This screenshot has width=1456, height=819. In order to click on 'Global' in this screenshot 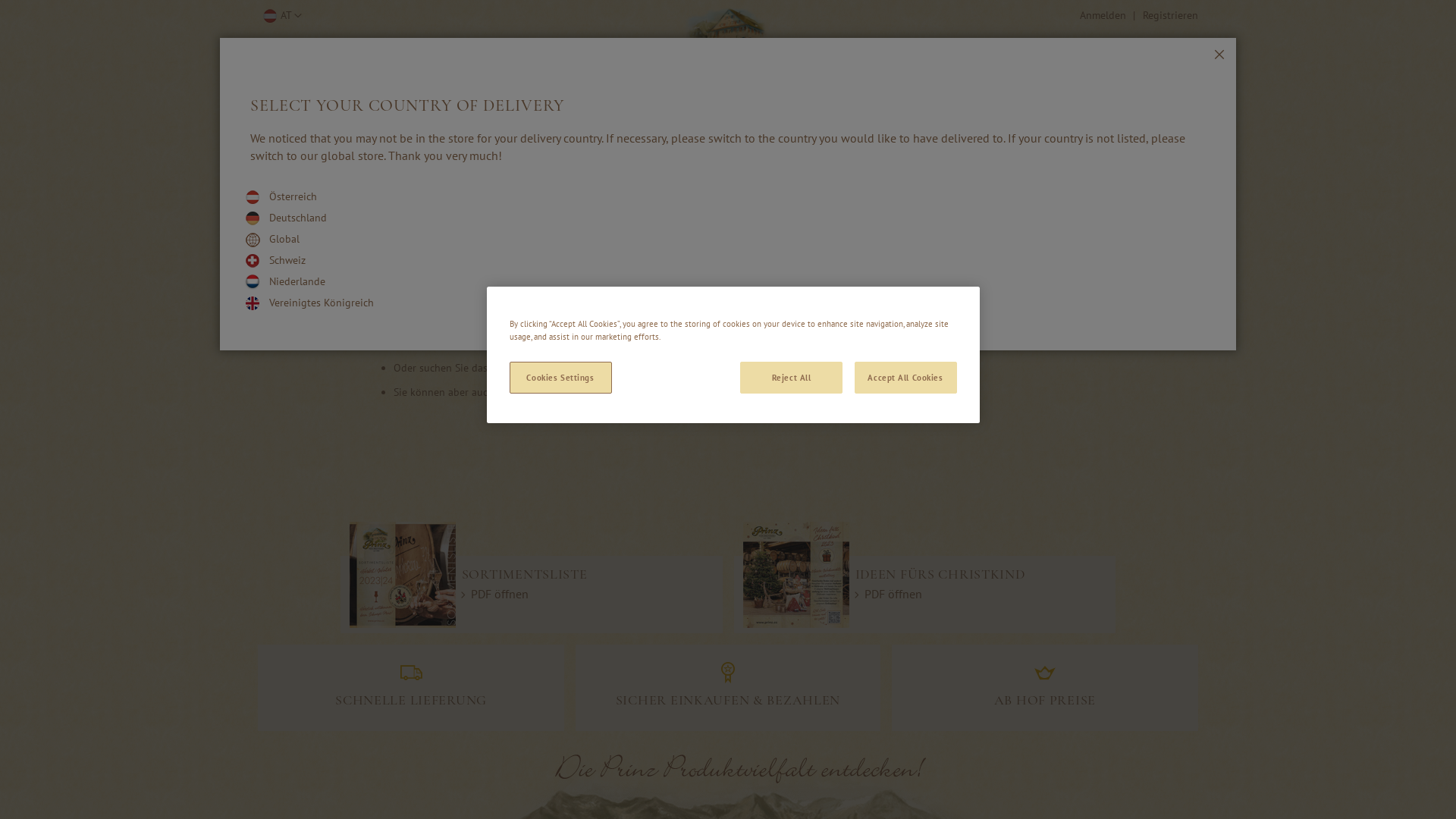, I will do `click(284, 239)`.